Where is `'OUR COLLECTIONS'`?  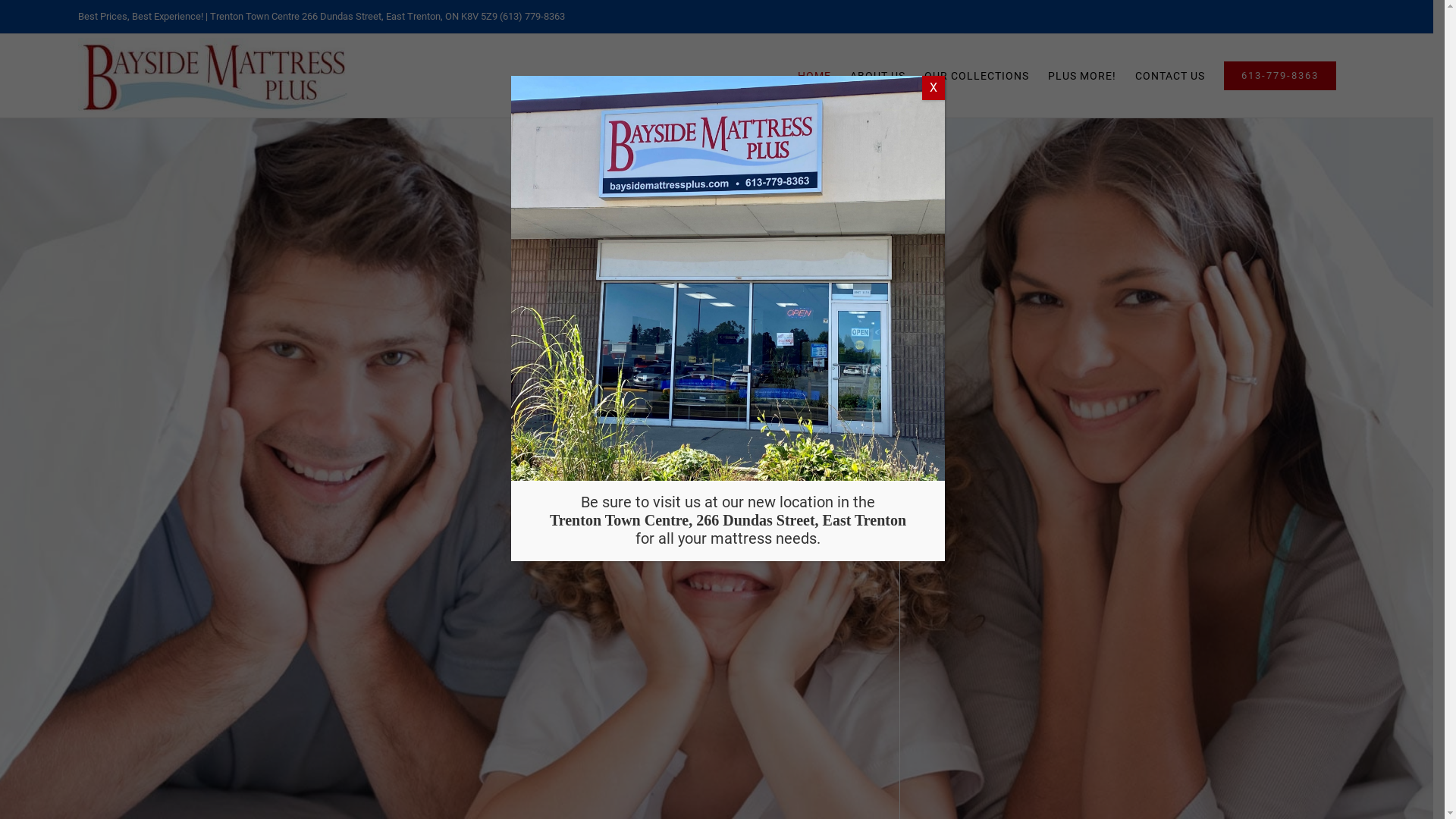
'OUR COLLECTIONS' is located at coordinates (976, 76).